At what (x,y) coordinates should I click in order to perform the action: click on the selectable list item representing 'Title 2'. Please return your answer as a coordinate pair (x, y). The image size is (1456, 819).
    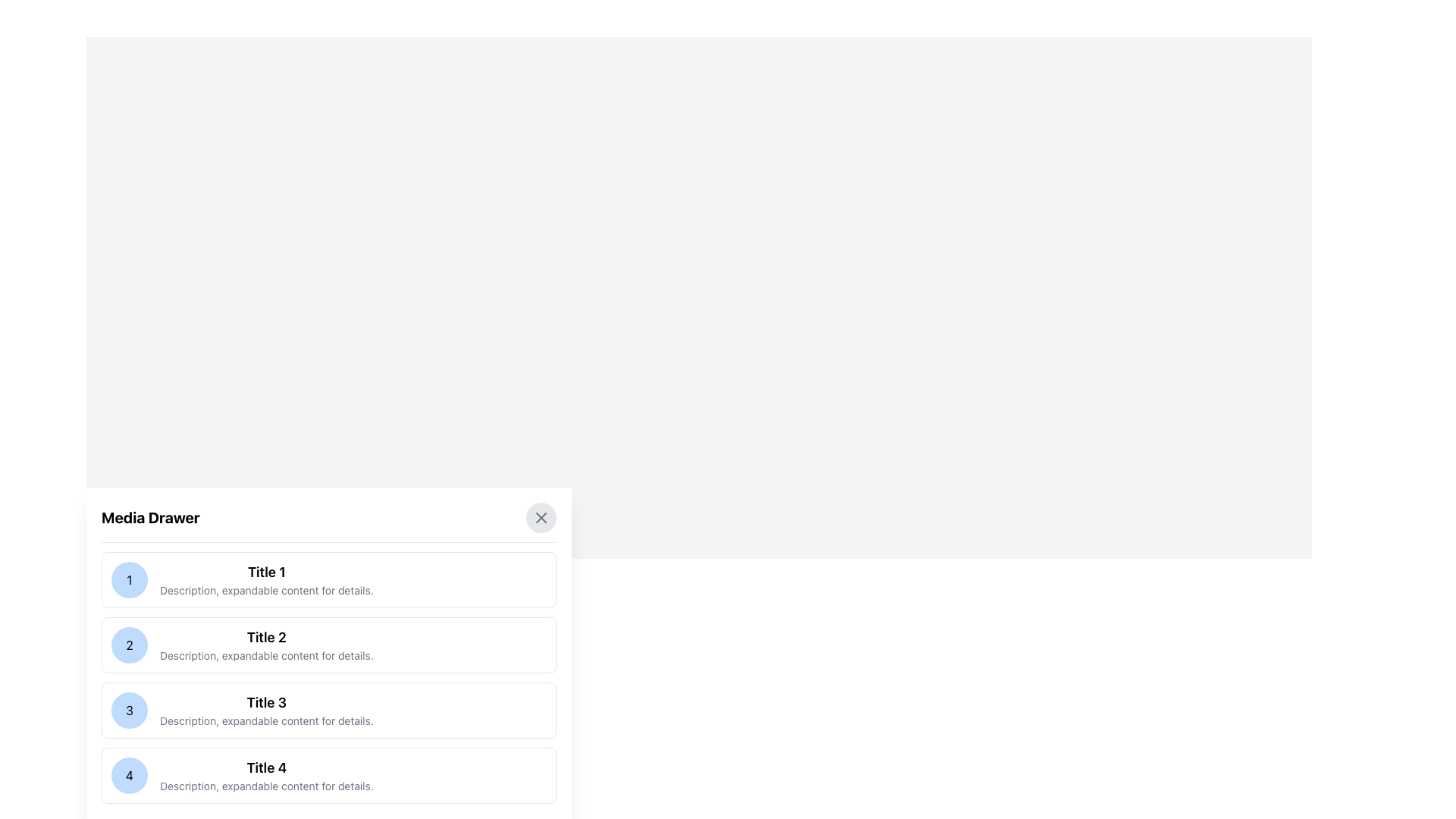
    Looking at the image, I should click on (328, 677).